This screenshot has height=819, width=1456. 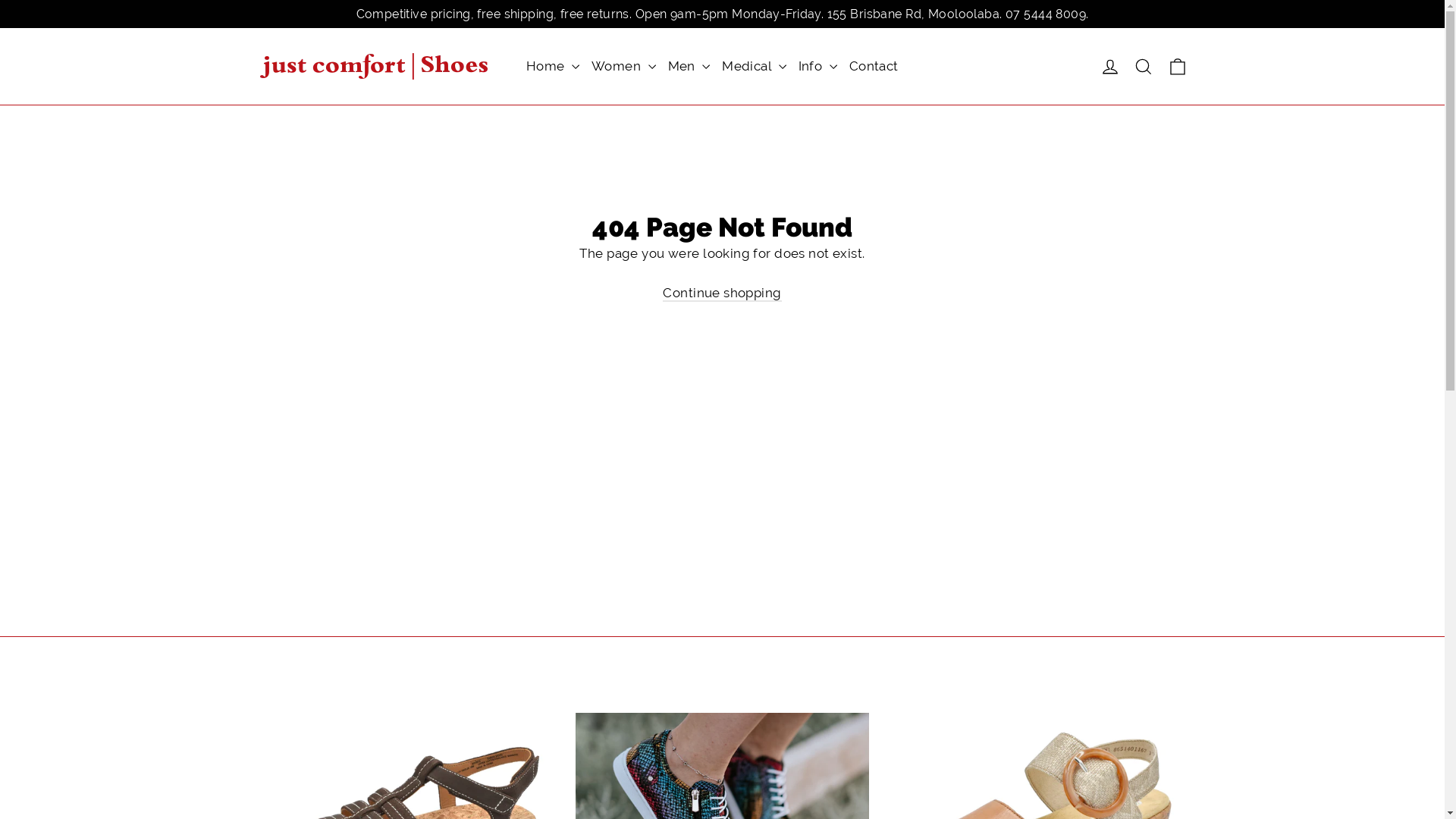 What do you see at coordinates (1159, 65) in the screenshot?
I see `'Cart'` at bounding box center [1159, 65].